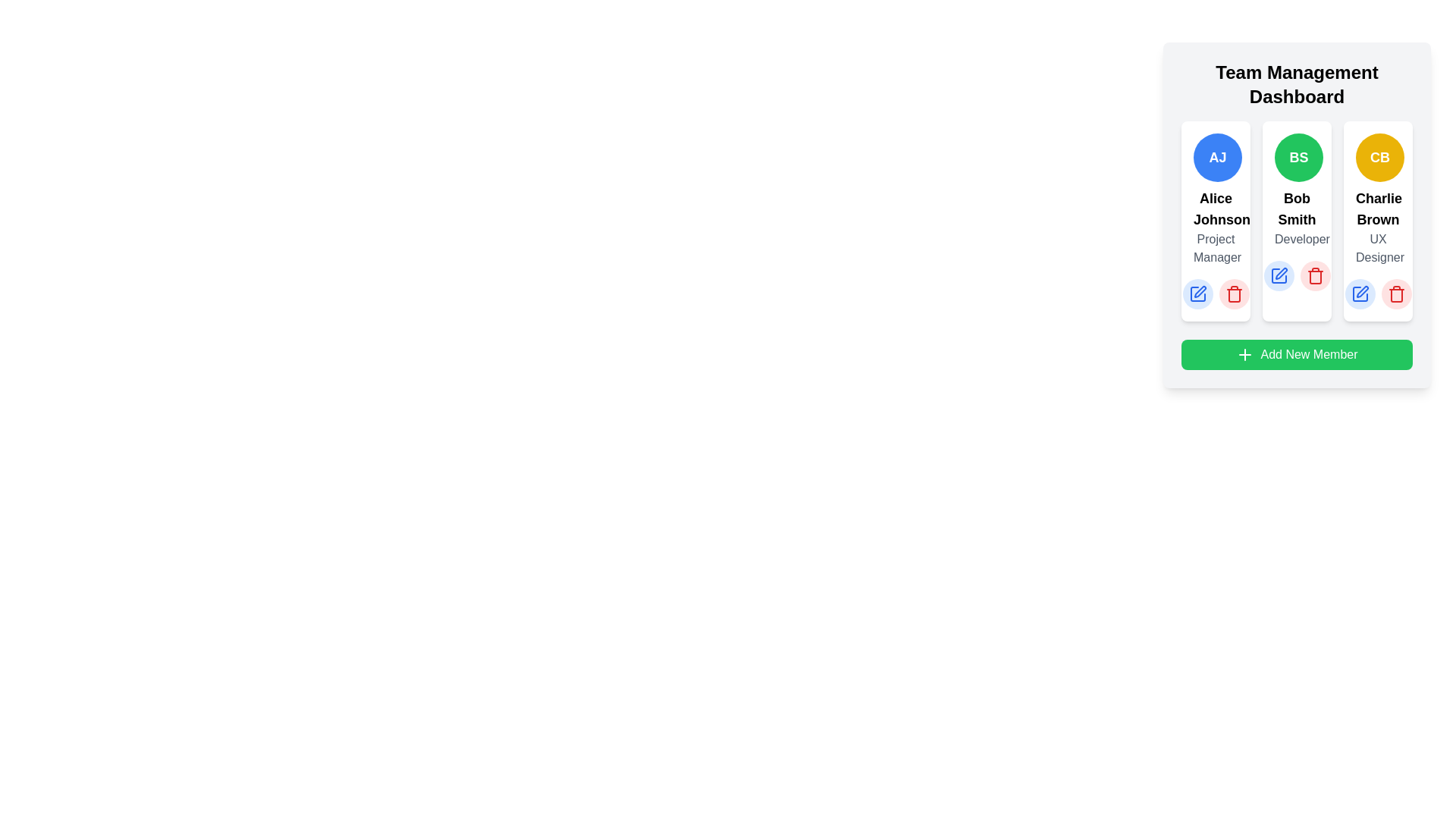  Describe the element at coordinates (1360, 294) in the screenshot. I see `the third edit icon under the profile labeled 'Charlie Brown UX Designer'` at that location.